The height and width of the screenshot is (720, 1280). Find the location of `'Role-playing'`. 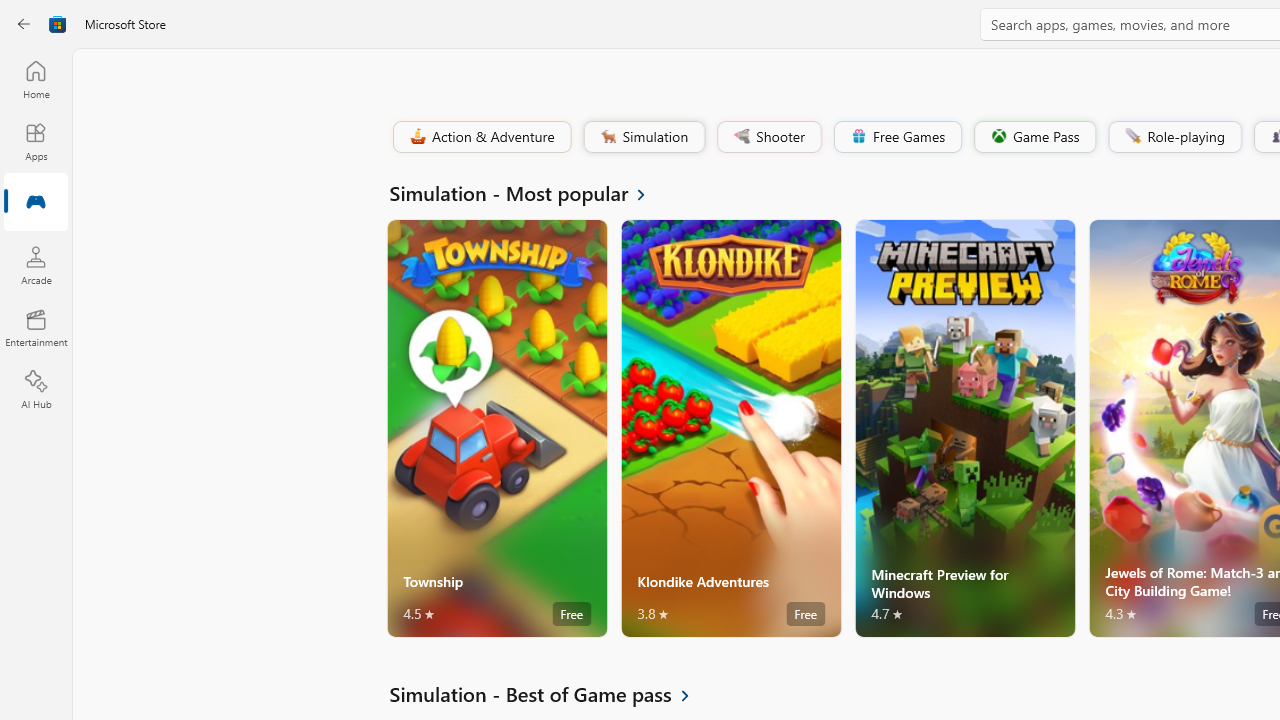

'Role-playing' is located at coordinates (1175, 135).